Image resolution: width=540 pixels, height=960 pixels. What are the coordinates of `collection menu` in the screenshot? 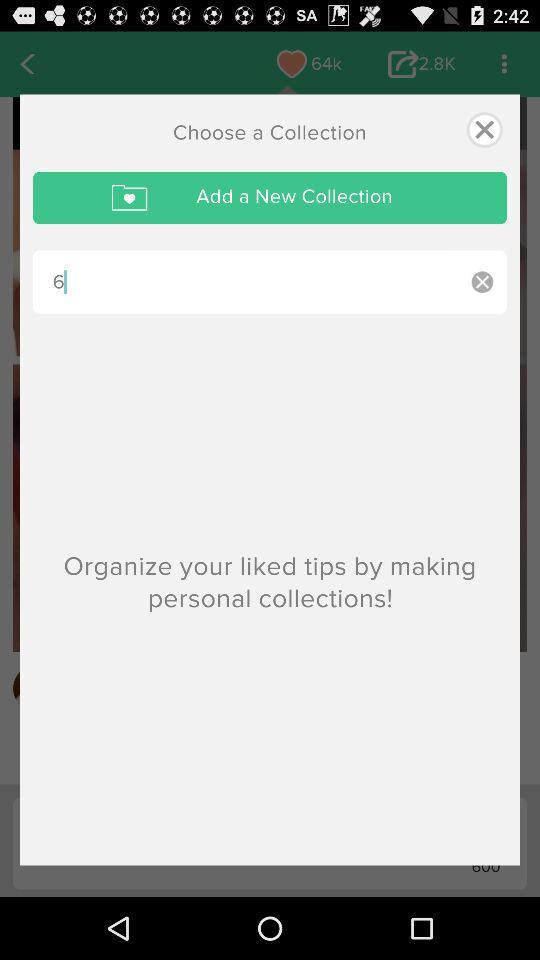 It's located at (483, 128).